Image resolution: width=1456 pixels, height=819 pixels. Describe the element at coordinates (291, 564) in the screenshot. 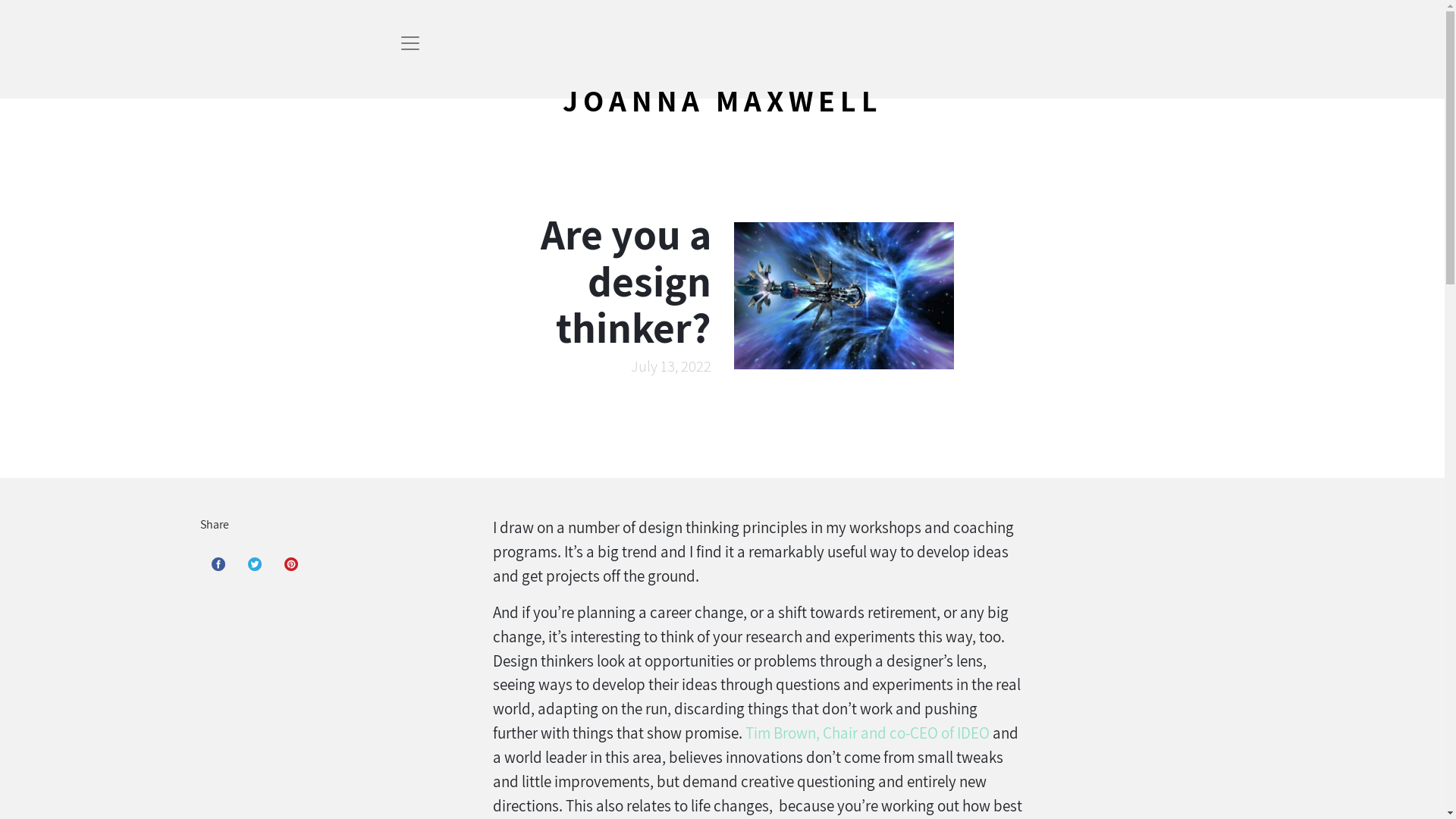

I see `'pinterest'` at that location.